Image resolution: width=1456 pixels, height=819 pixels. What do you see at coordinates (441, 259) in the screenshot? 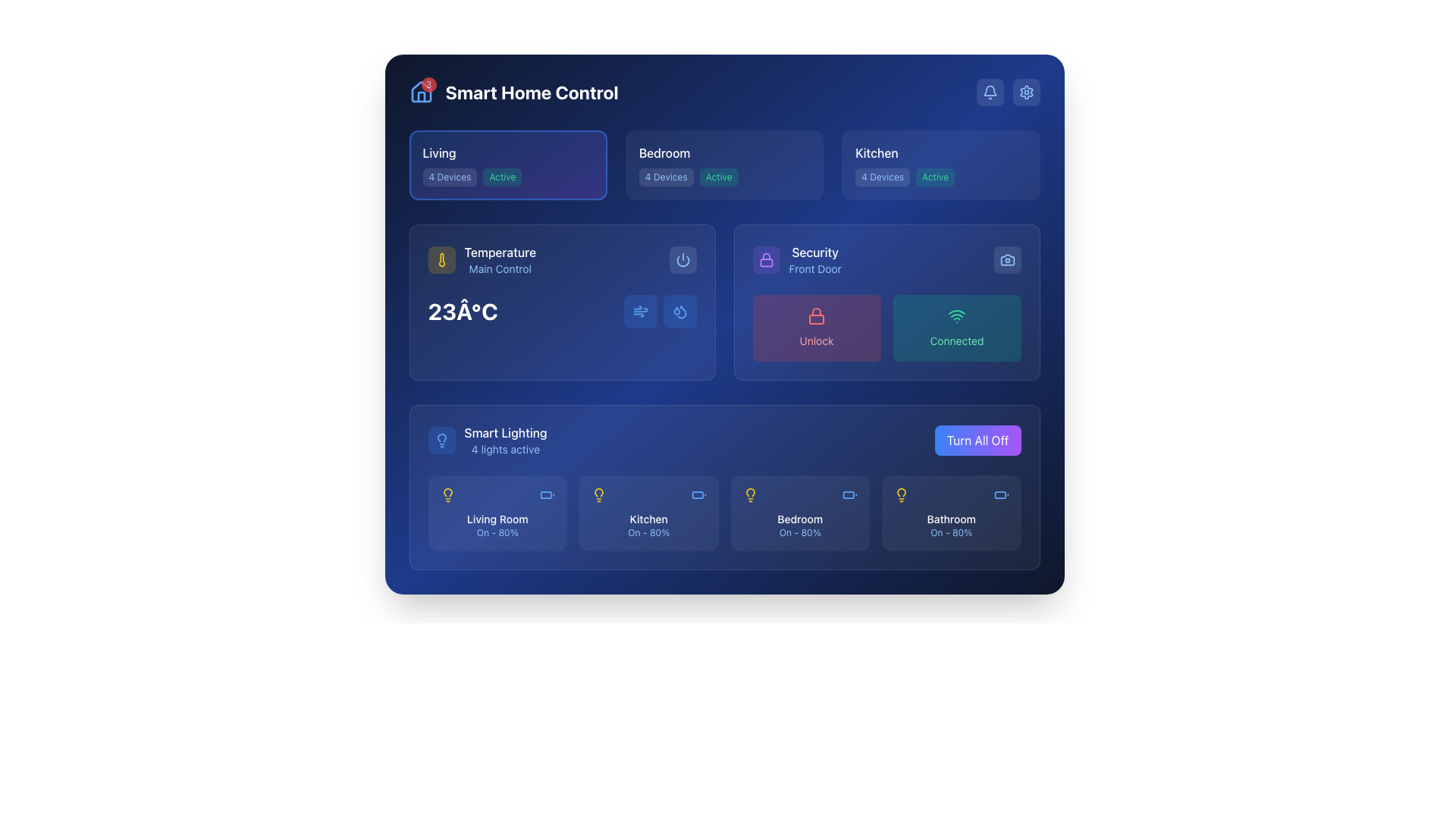
I see `the temperature control icon located in the top-left area of the 'Temperature' section in the 'Main Control' card, above the '23°C' temperature display` at bounding box center [441, 259].